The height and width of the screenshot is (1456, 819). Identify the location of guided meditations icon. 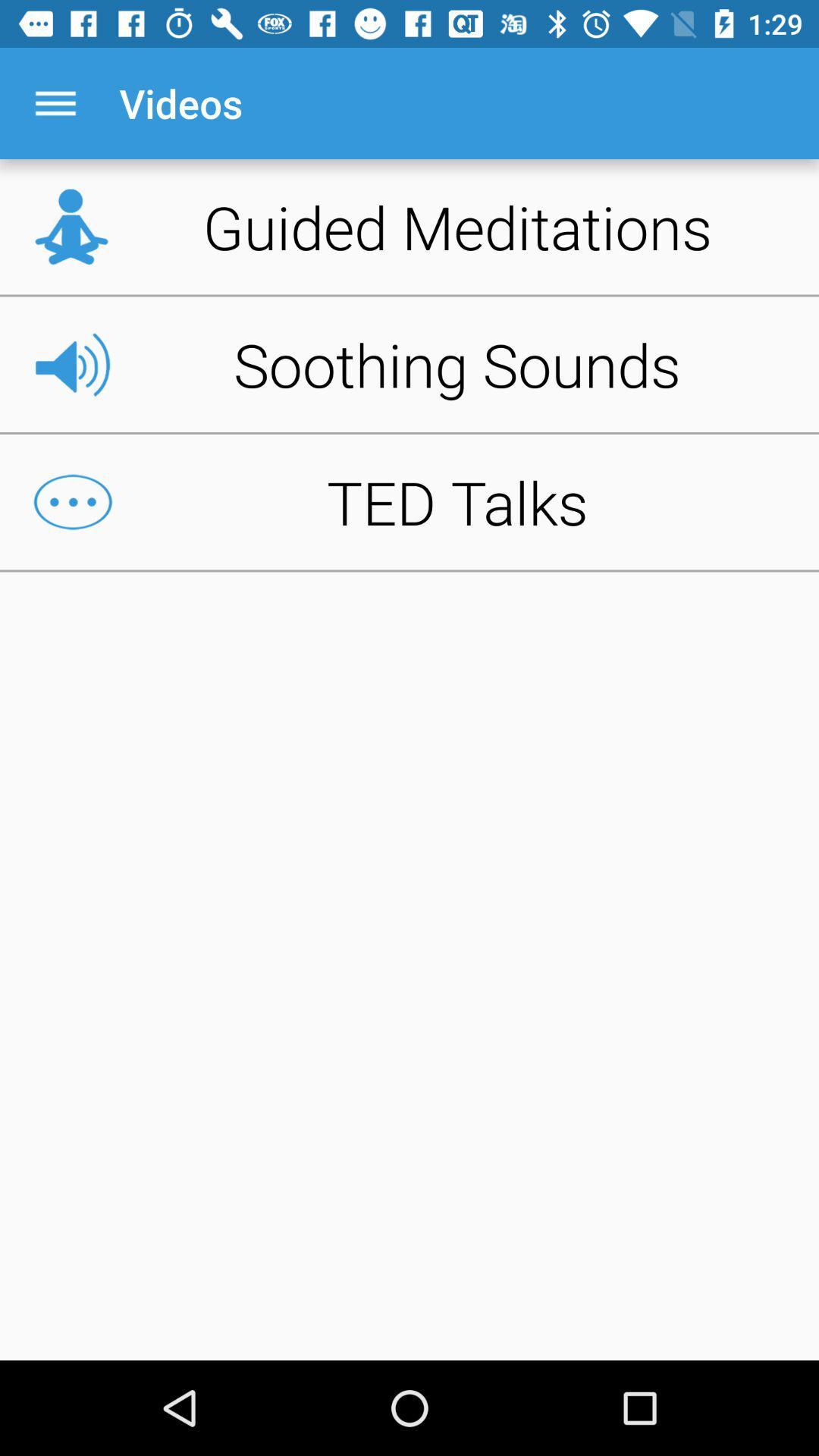
(409, 226).